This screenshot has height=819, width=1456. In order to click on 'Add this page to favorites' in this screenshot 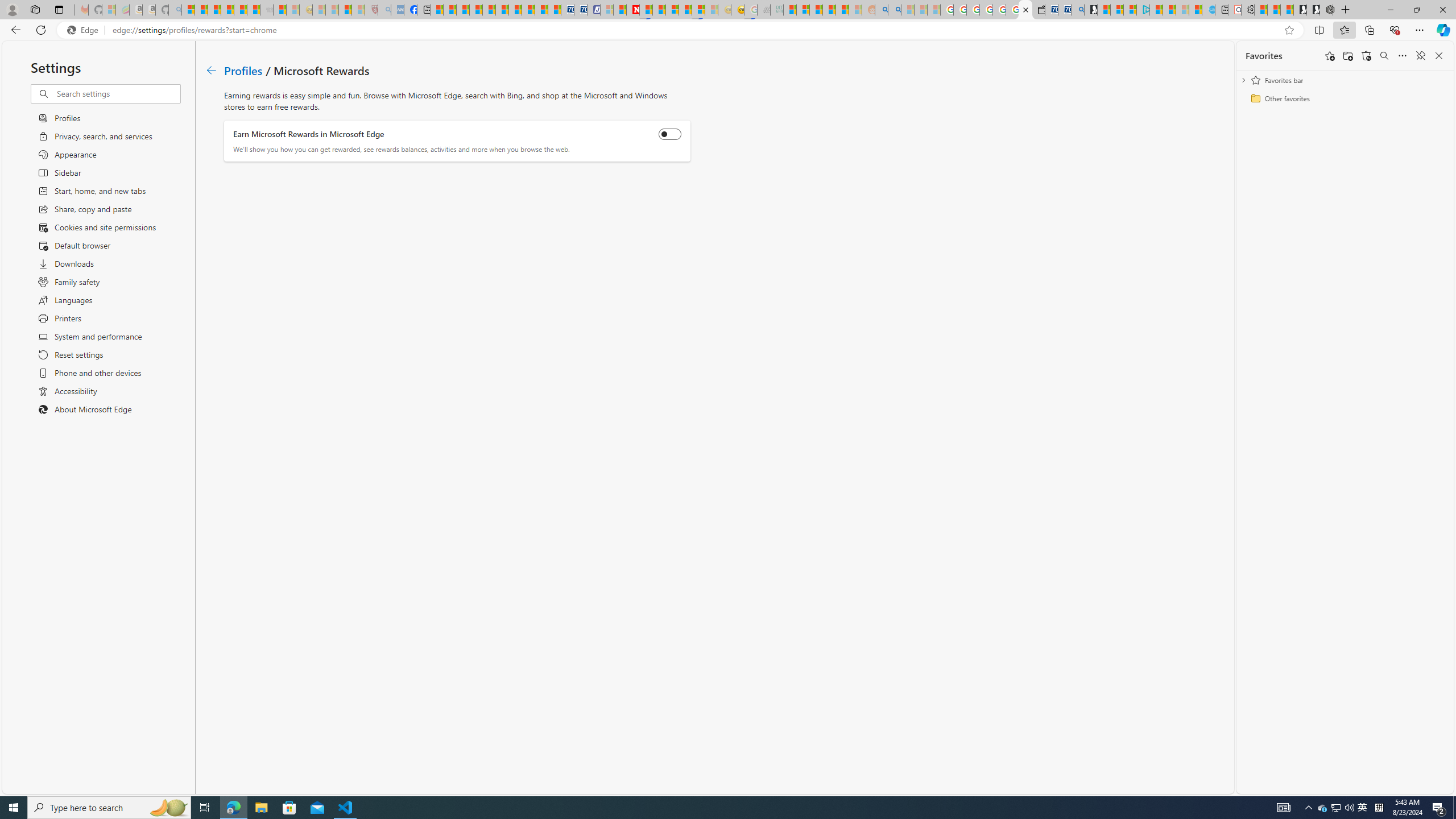, I will do `click(1329, 55)`.